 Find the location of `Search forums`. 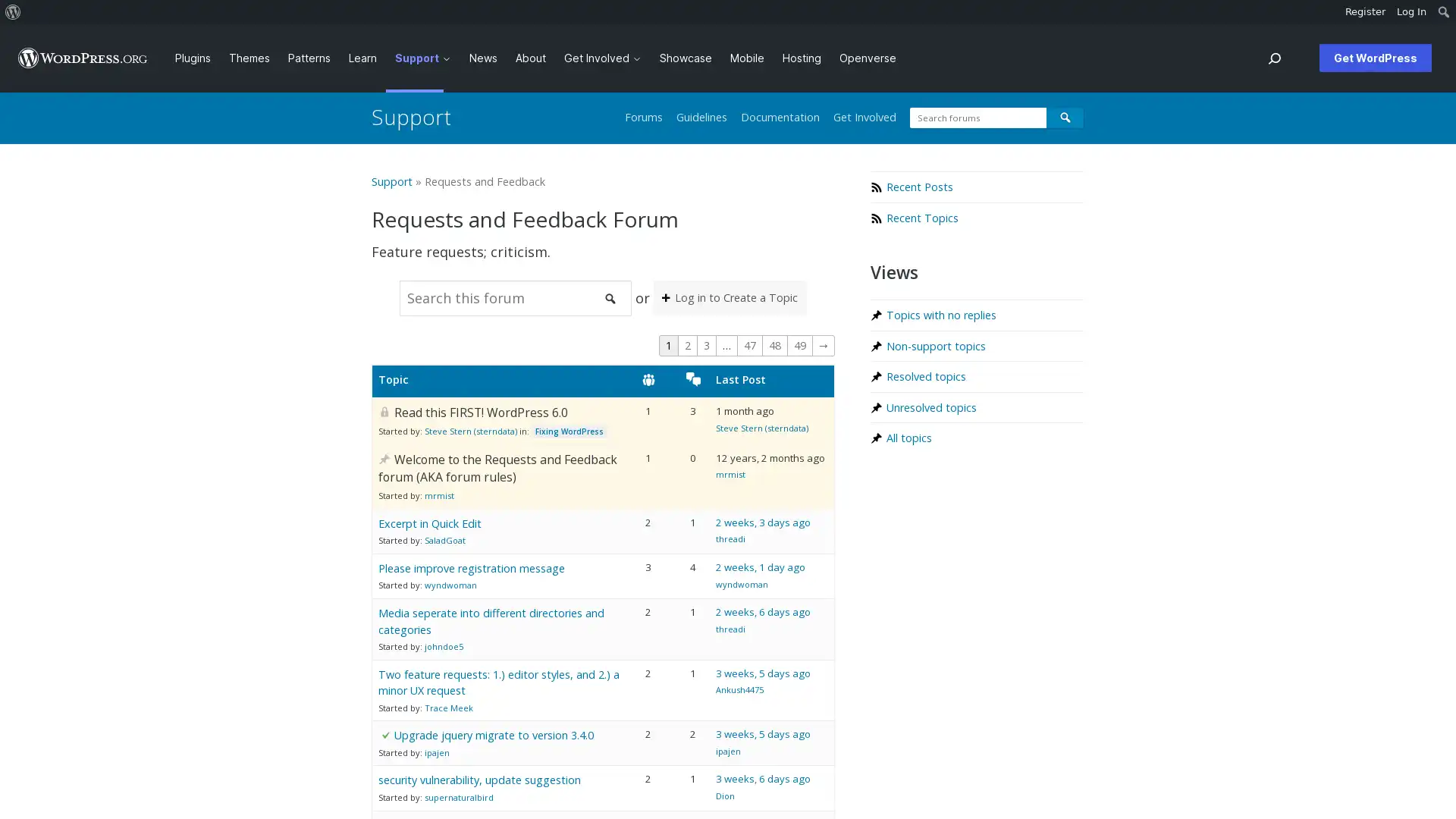

Search forums is located at coordinates (610, 298).